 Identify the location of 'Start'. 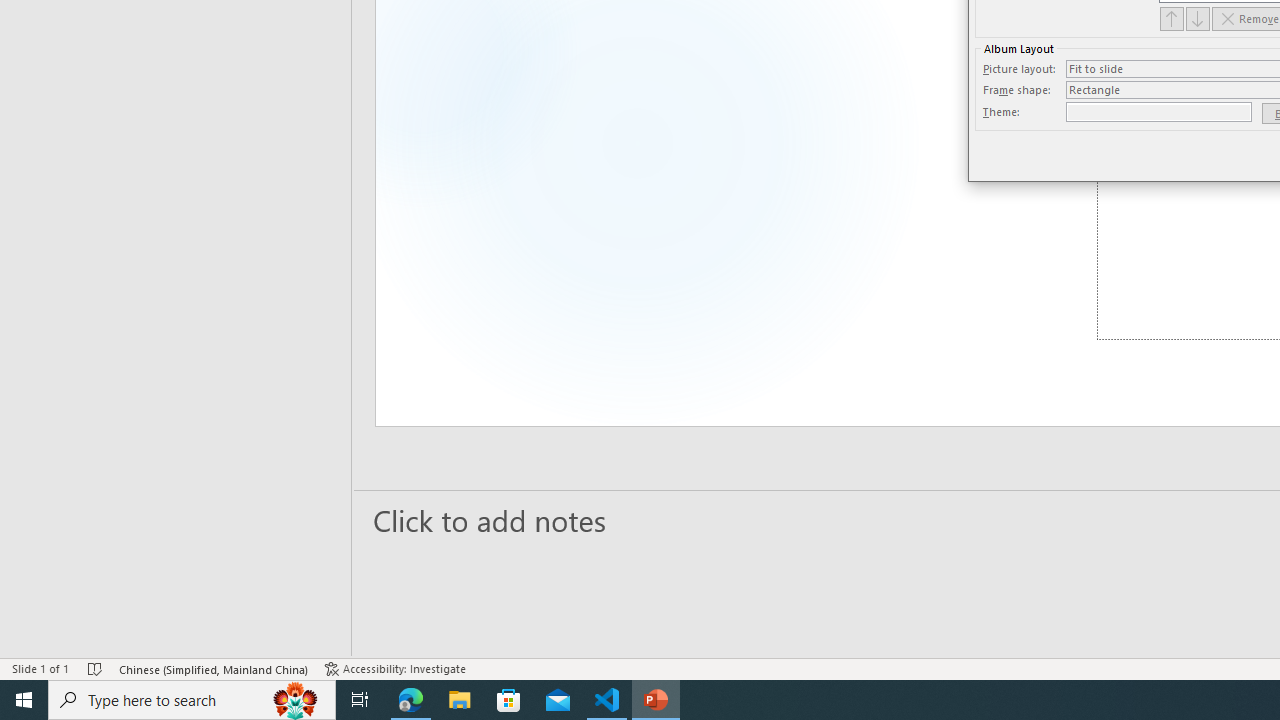
(24, 698).